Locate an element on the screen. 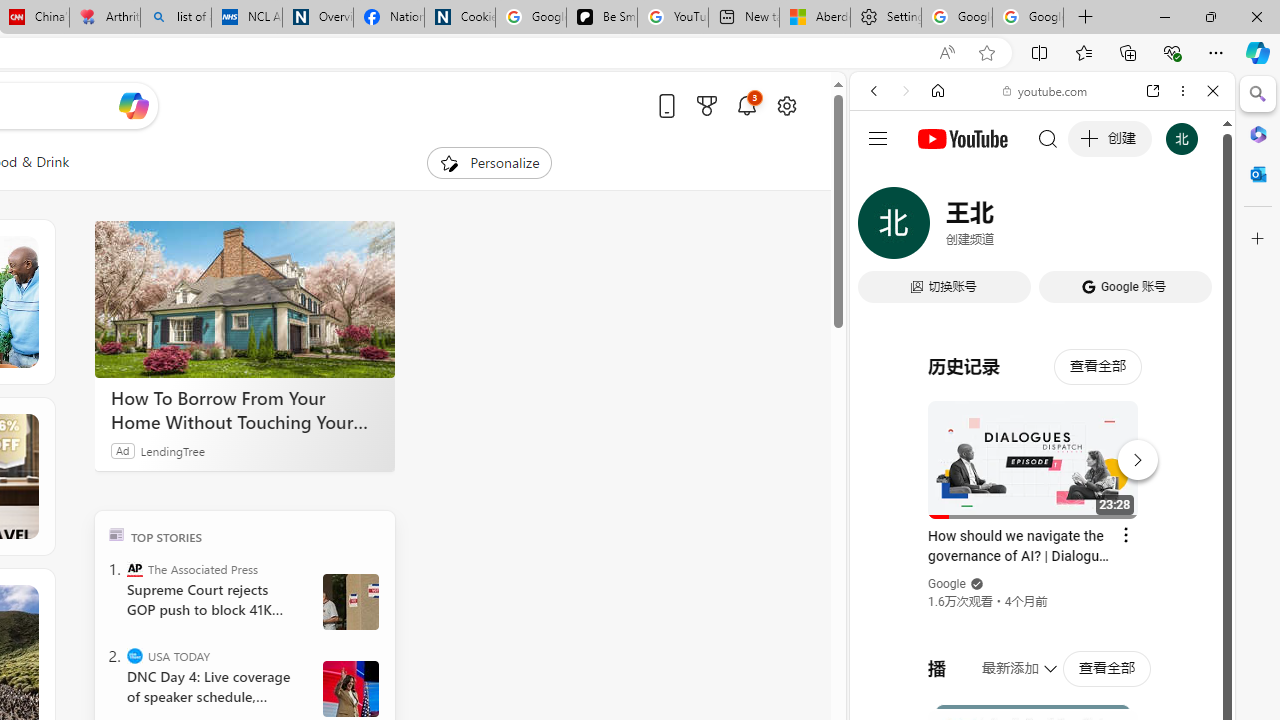  'The Associated Press' is located at coordinates (134, 568).